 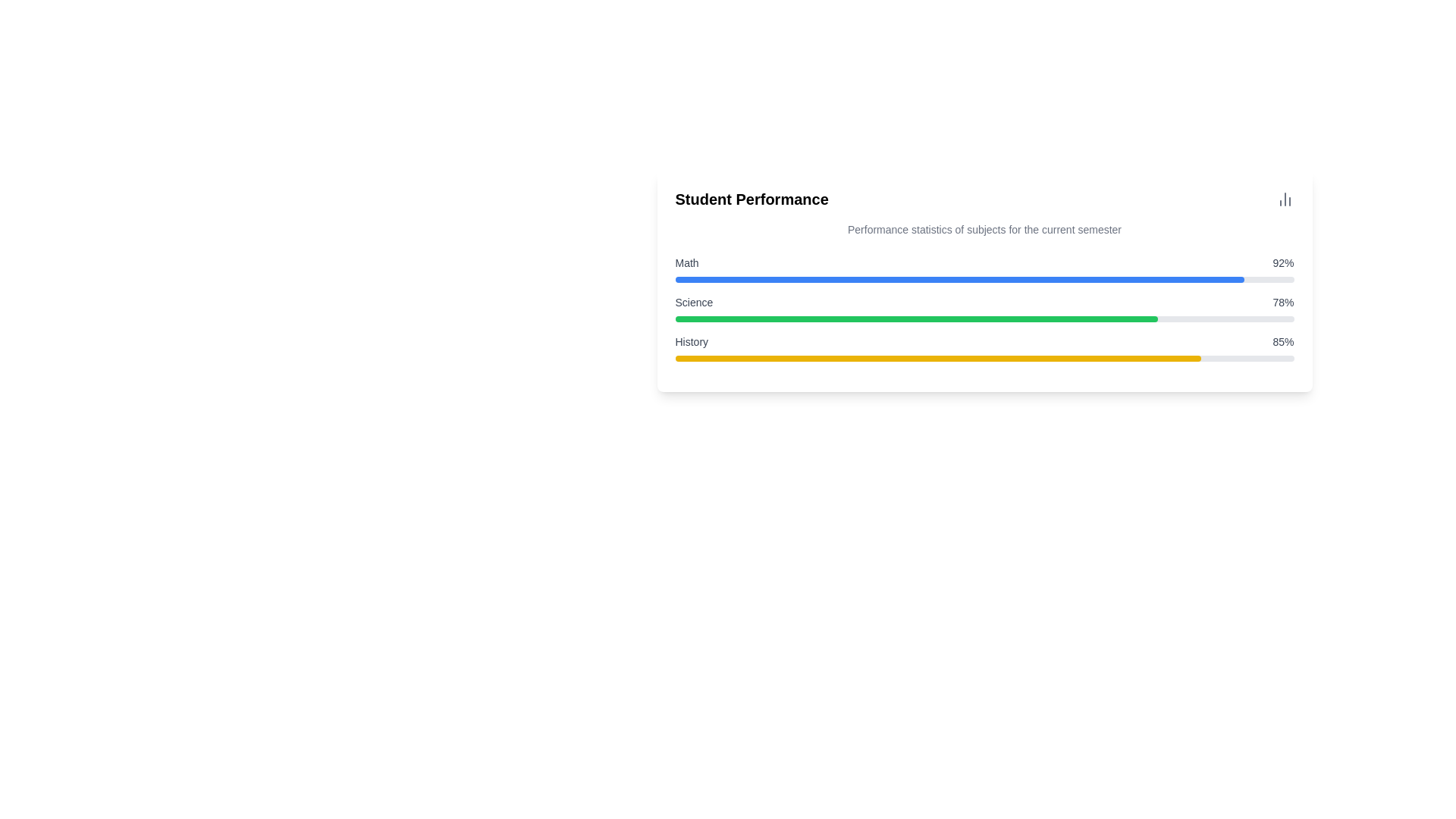 What do you see at coordinates (984, 268) in the screenshot?
I see `the interactive labels of the Progress bar indicating a score of 92% for 'Math', positioned under 'Student Performance'` at bounding box center [984, 268].